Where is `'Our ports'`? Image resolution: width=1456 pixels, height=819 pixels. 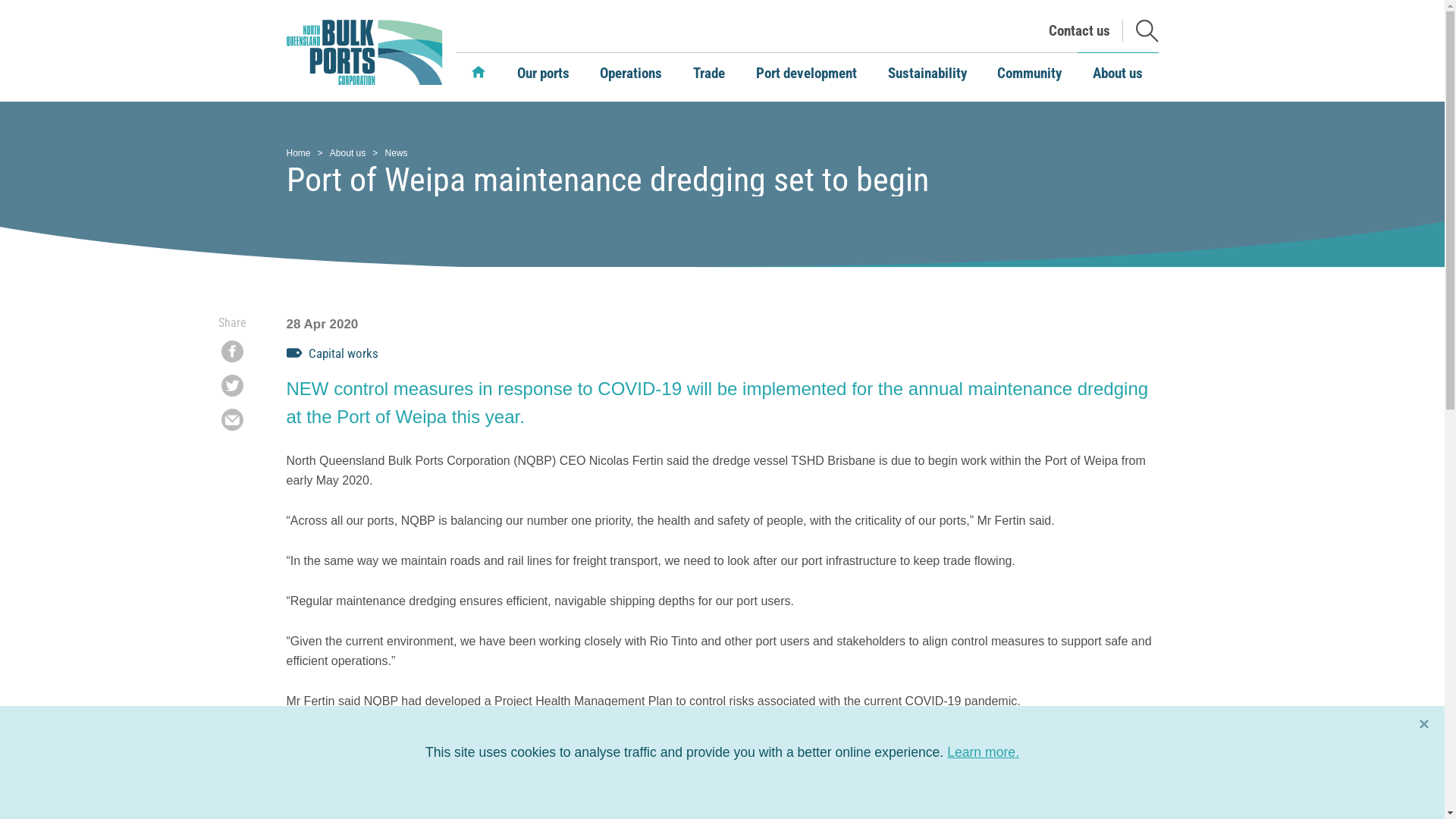
'Our ports' is located at coordinates (501, 74).